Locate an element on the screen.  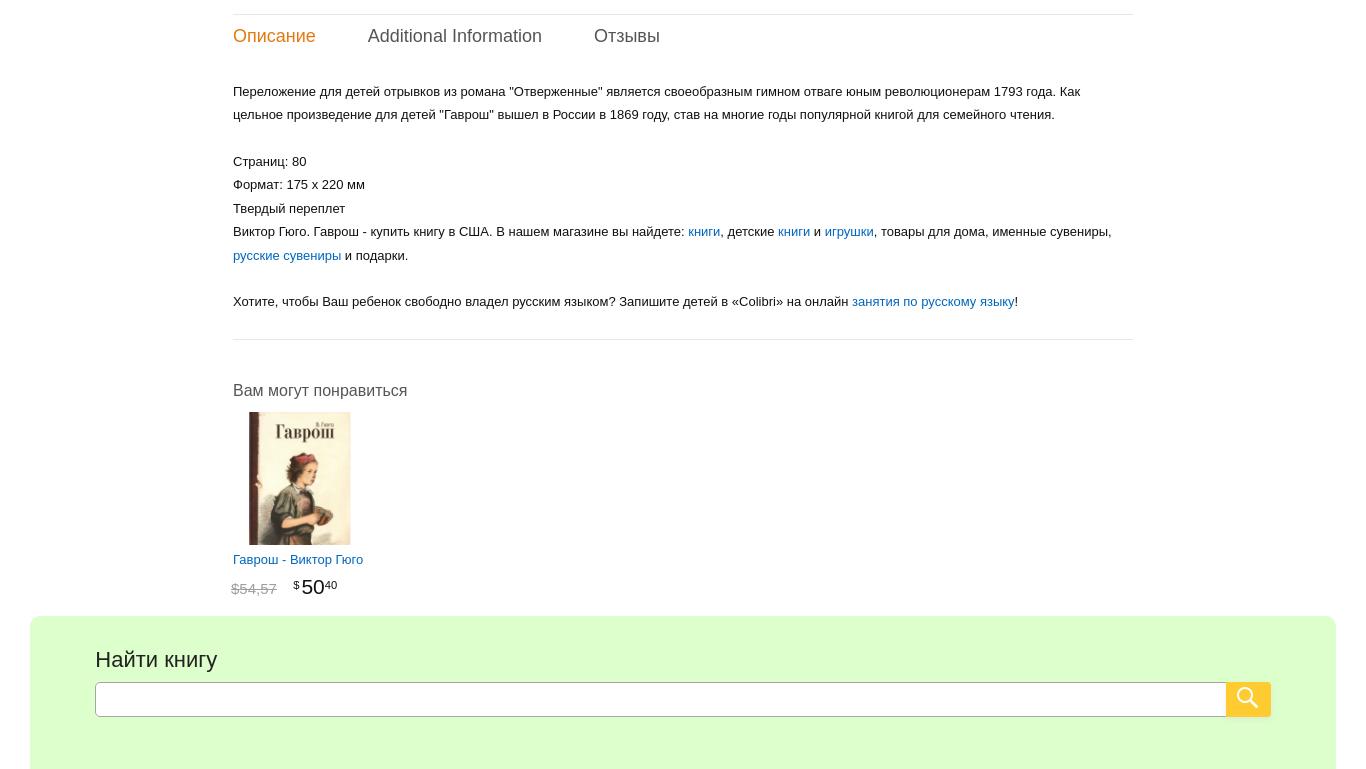
'40' is located at coordinates (330, 583).